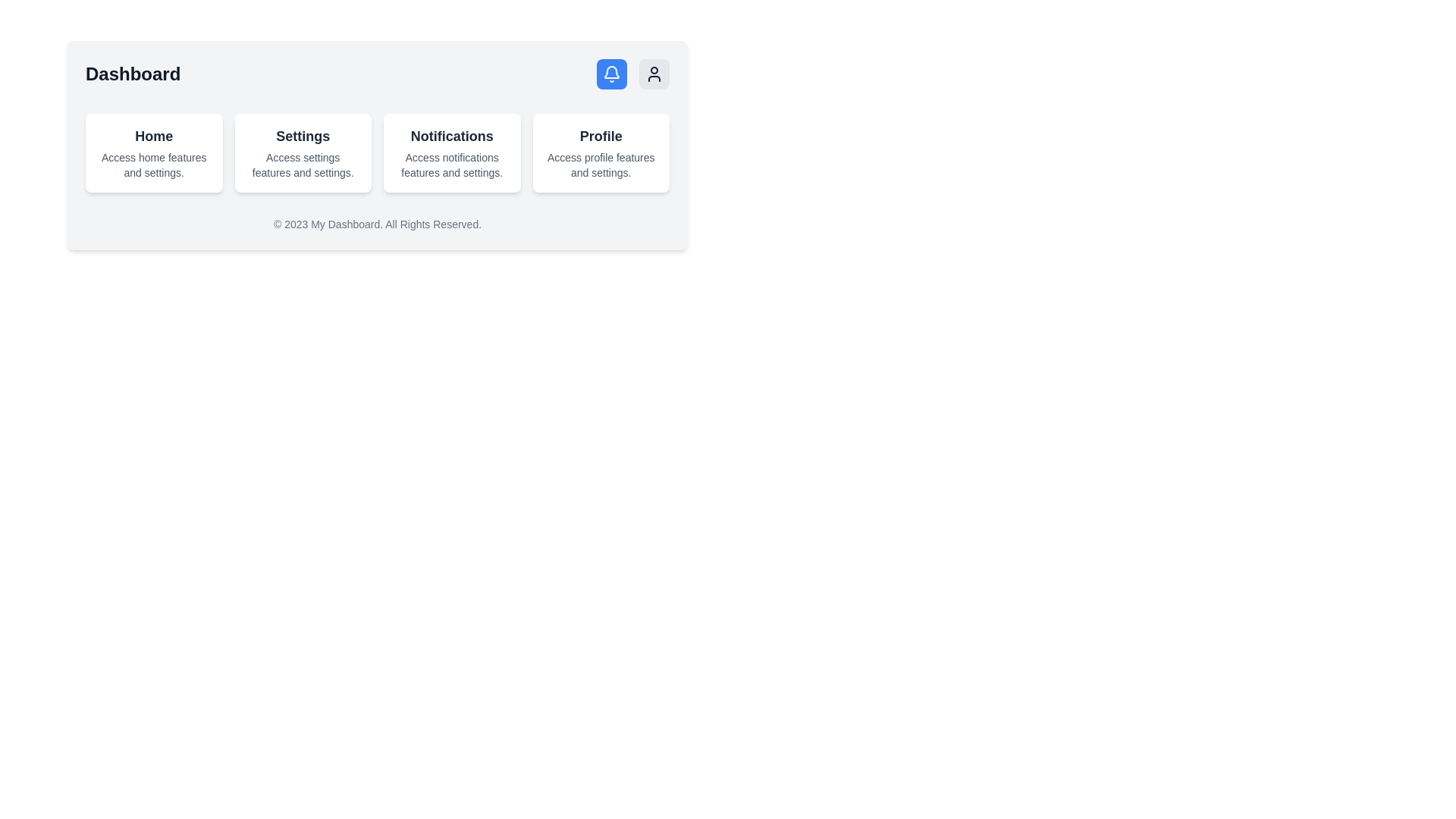  I want to click on the rounded rectangle button with a gray background containing a black user icon, so click(654, 74).